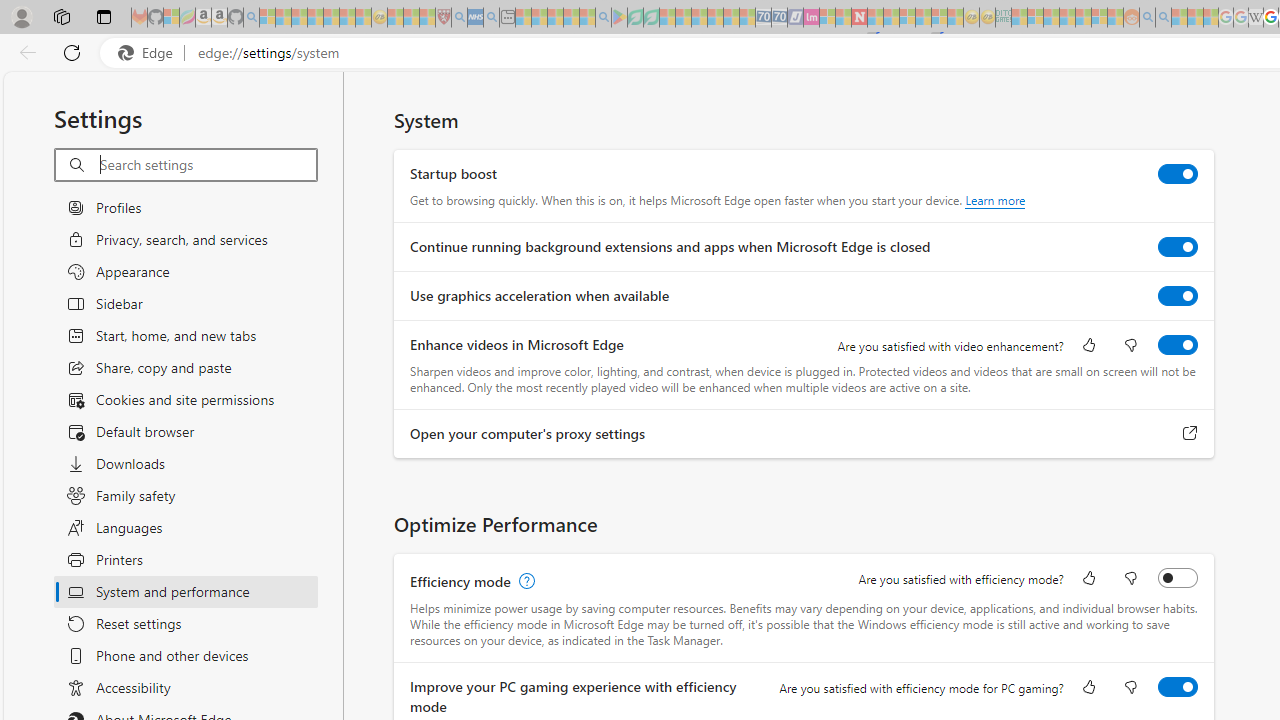 The width and height of the screenshot is (1280, 720). I want to click on 'Latest Politics News & Archive | Newsweek.com - Sleeping', so click(859, 17).